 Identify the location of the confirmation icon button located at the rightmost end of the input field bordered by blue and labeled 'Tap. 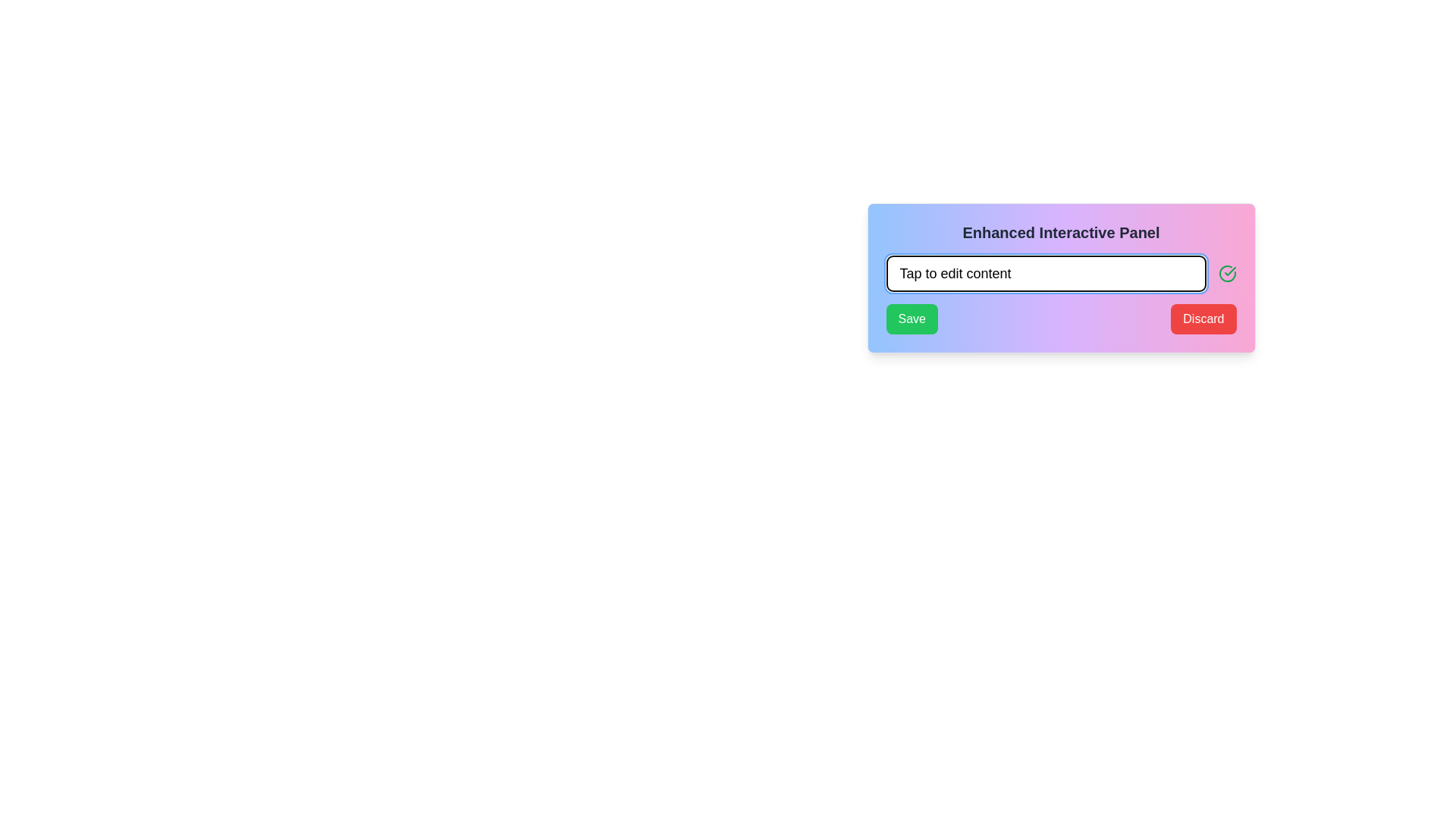
(1227, 274).